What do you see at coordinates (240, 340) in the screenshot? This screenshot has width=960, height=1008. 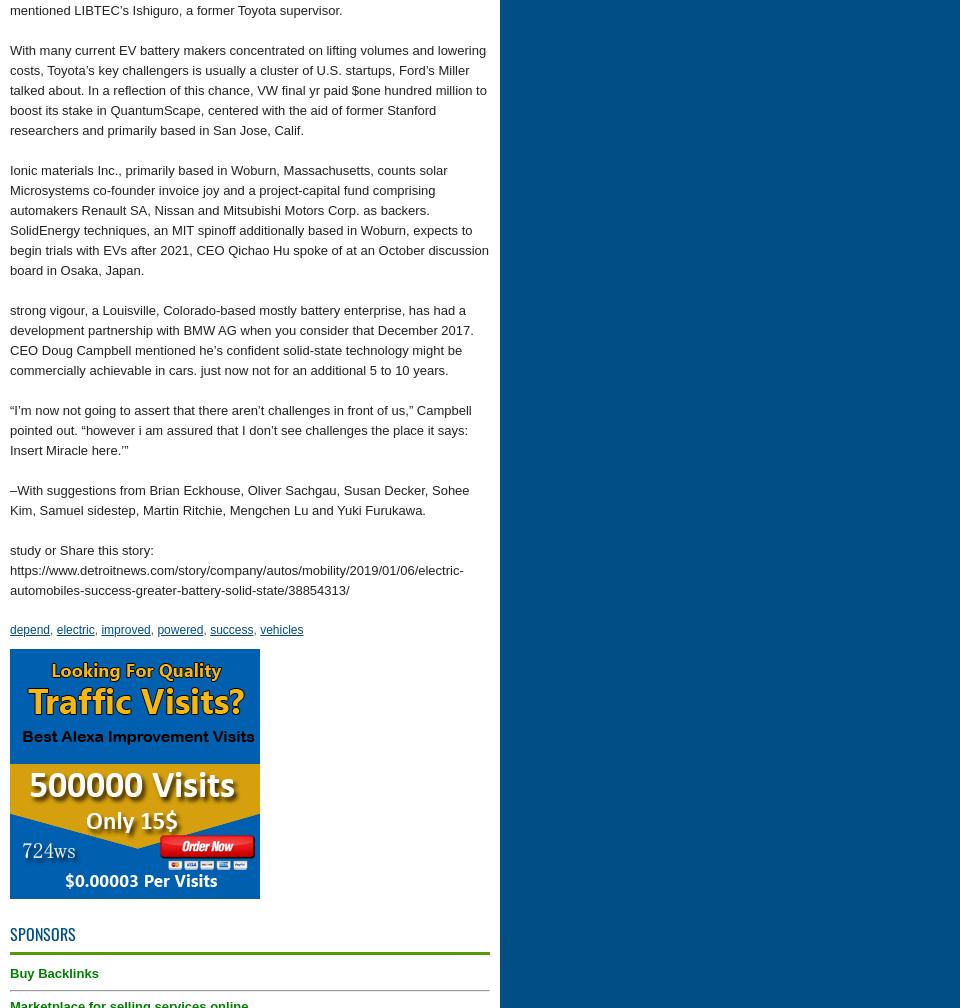 I see `'strong vigour, a Louisville, Colorado-based mostly battery enterprise, has had a development partnership with BMW AG when you consider that December 2017. CEO Doug Campbell mentioned he’s confident solid-state technology might be commercially achievable in cars. just now not for an additional 5 to 10 years.'` at bounding box center [240, 340].